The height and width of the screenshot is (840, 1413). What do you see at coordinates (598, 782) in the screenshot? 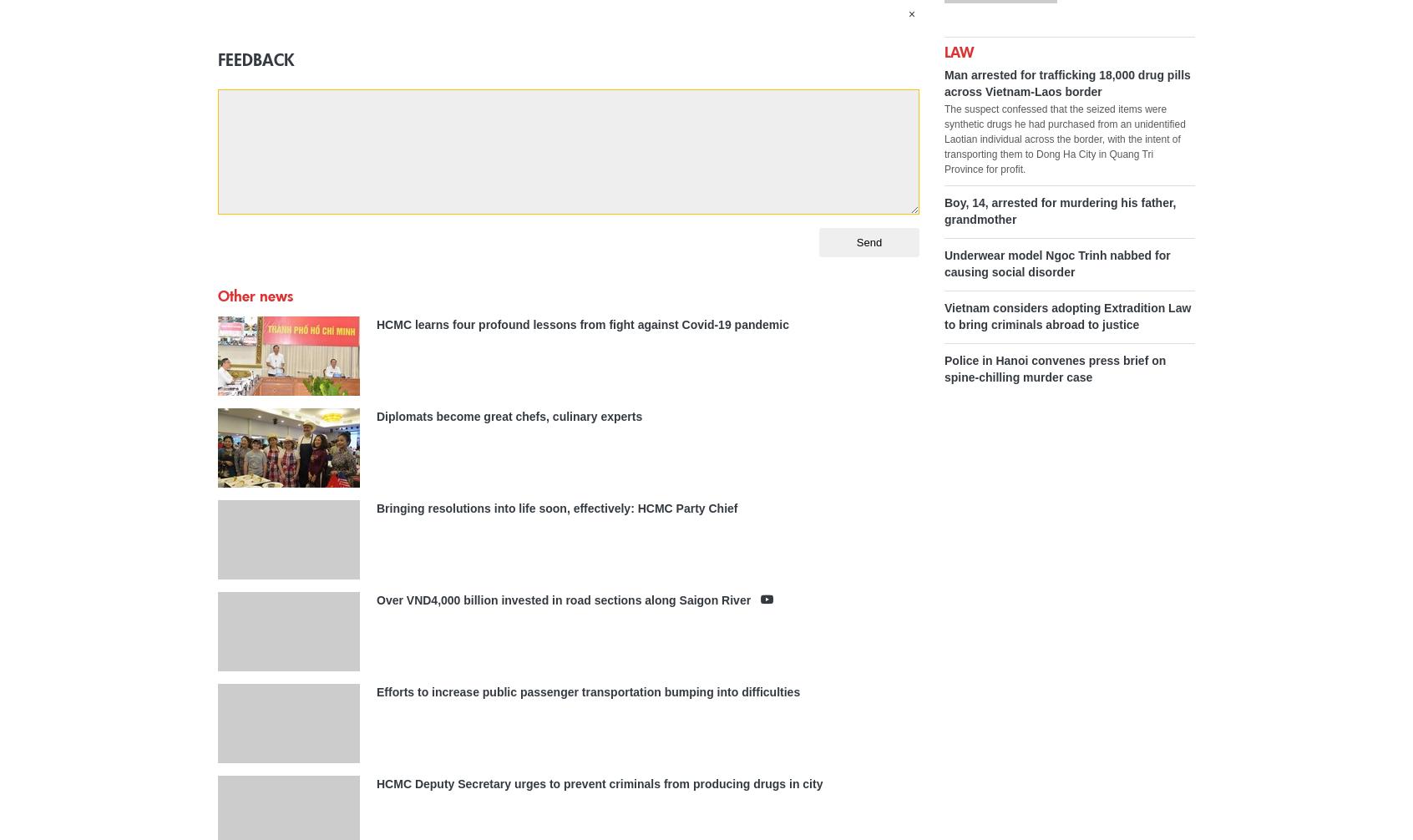
I see `'HCMC Deputy Secretary urges to prevent criminals from producing drugs in city'` at bounding box center [598, 782].